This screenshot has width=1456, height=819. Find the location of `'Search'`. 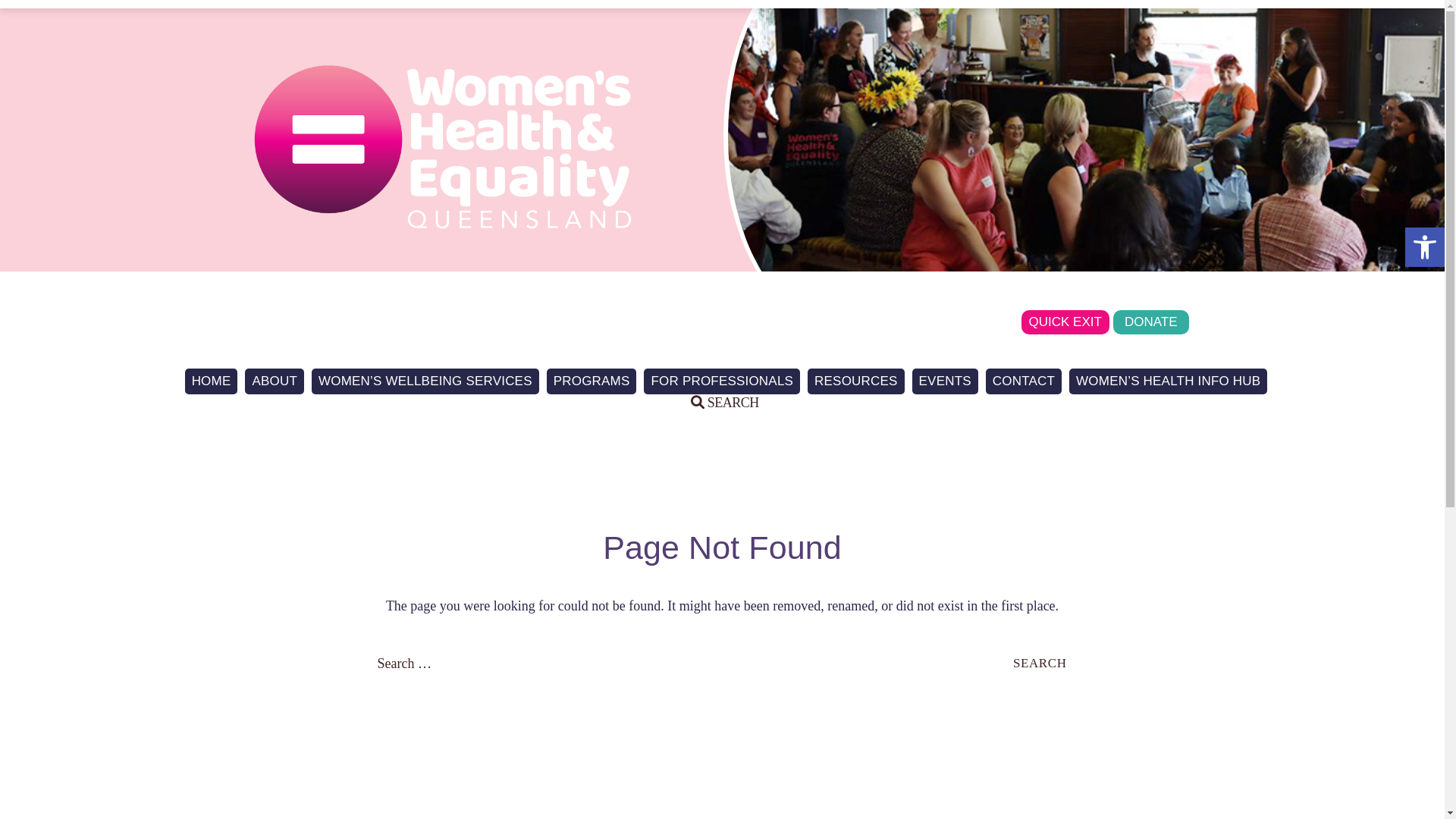

'Search' is located at coordinates (1039, 662).